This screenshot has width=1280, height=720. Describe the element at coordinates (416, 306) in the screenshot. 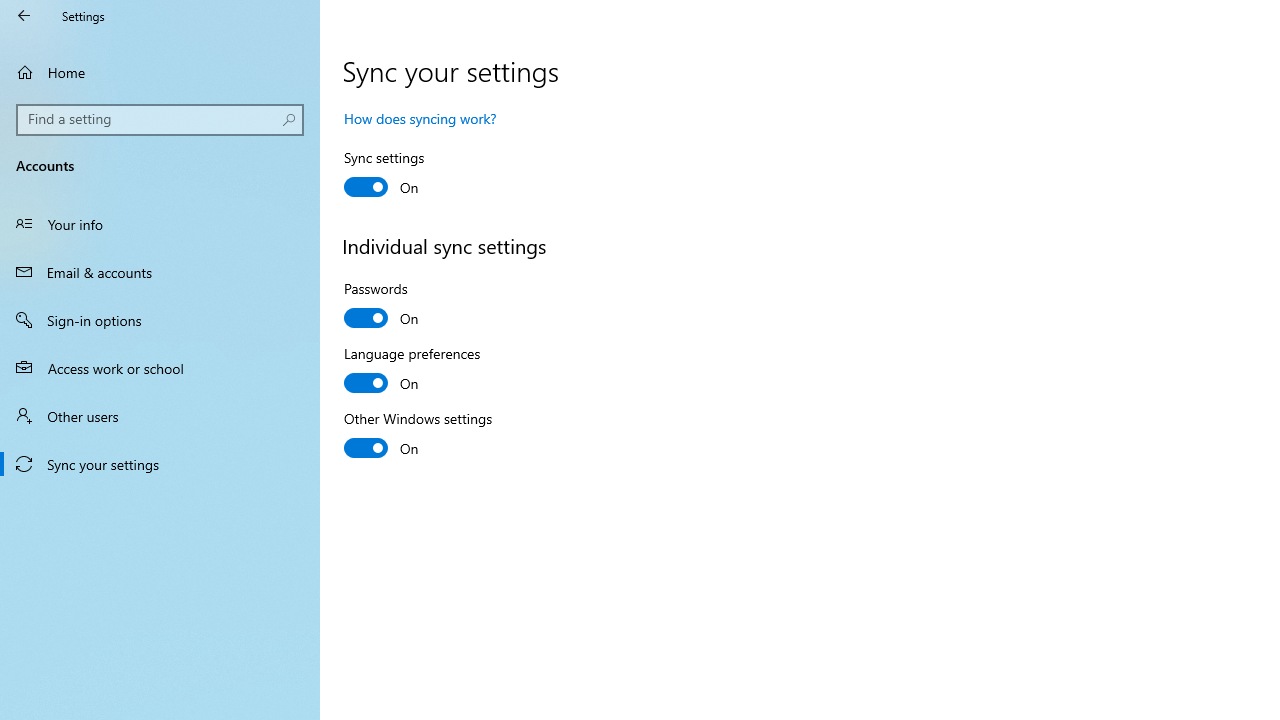

I see `'Passwords'` at that location.